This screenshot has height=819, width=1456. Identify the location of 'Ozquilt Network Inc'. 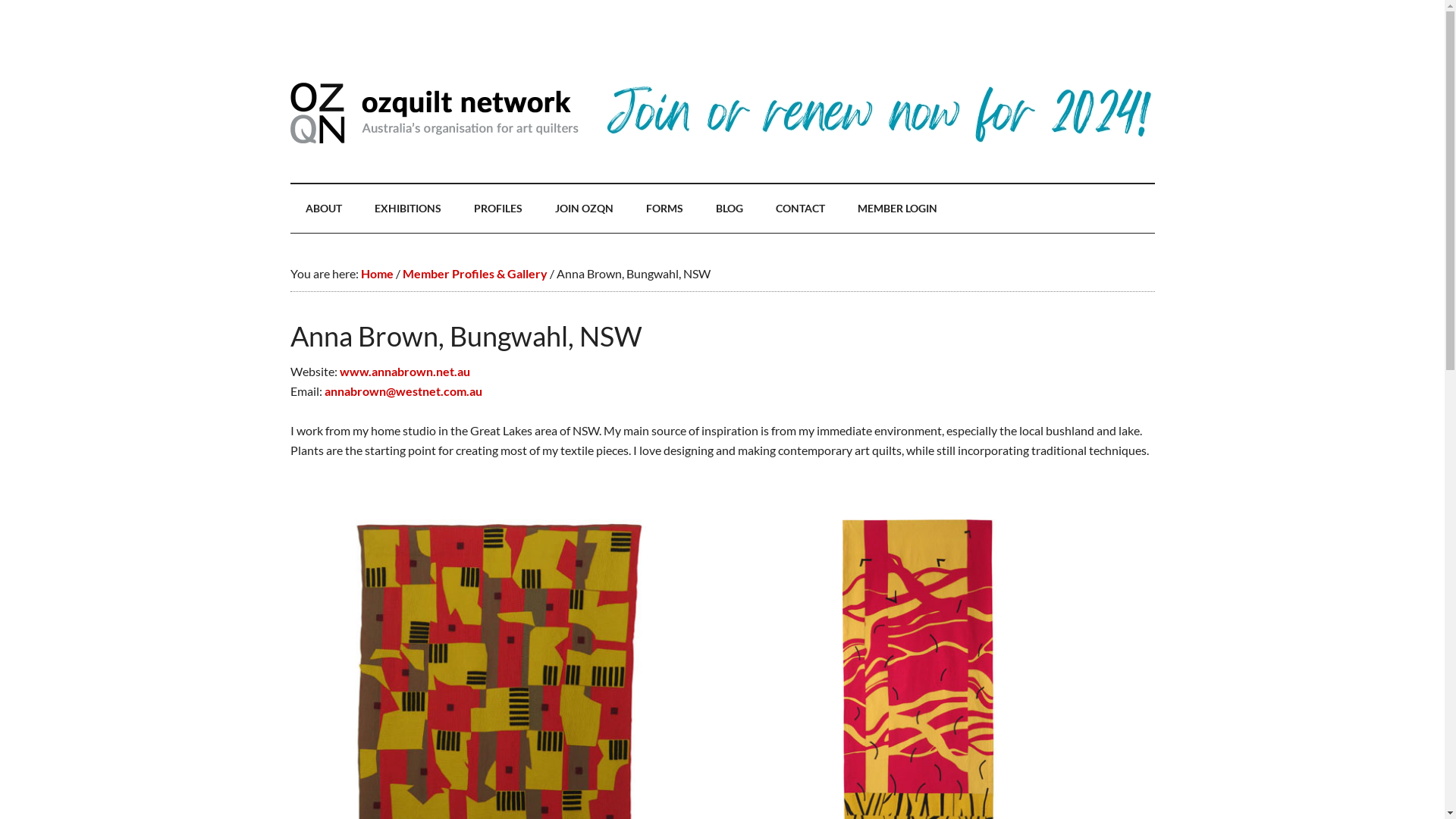
(432, 112).